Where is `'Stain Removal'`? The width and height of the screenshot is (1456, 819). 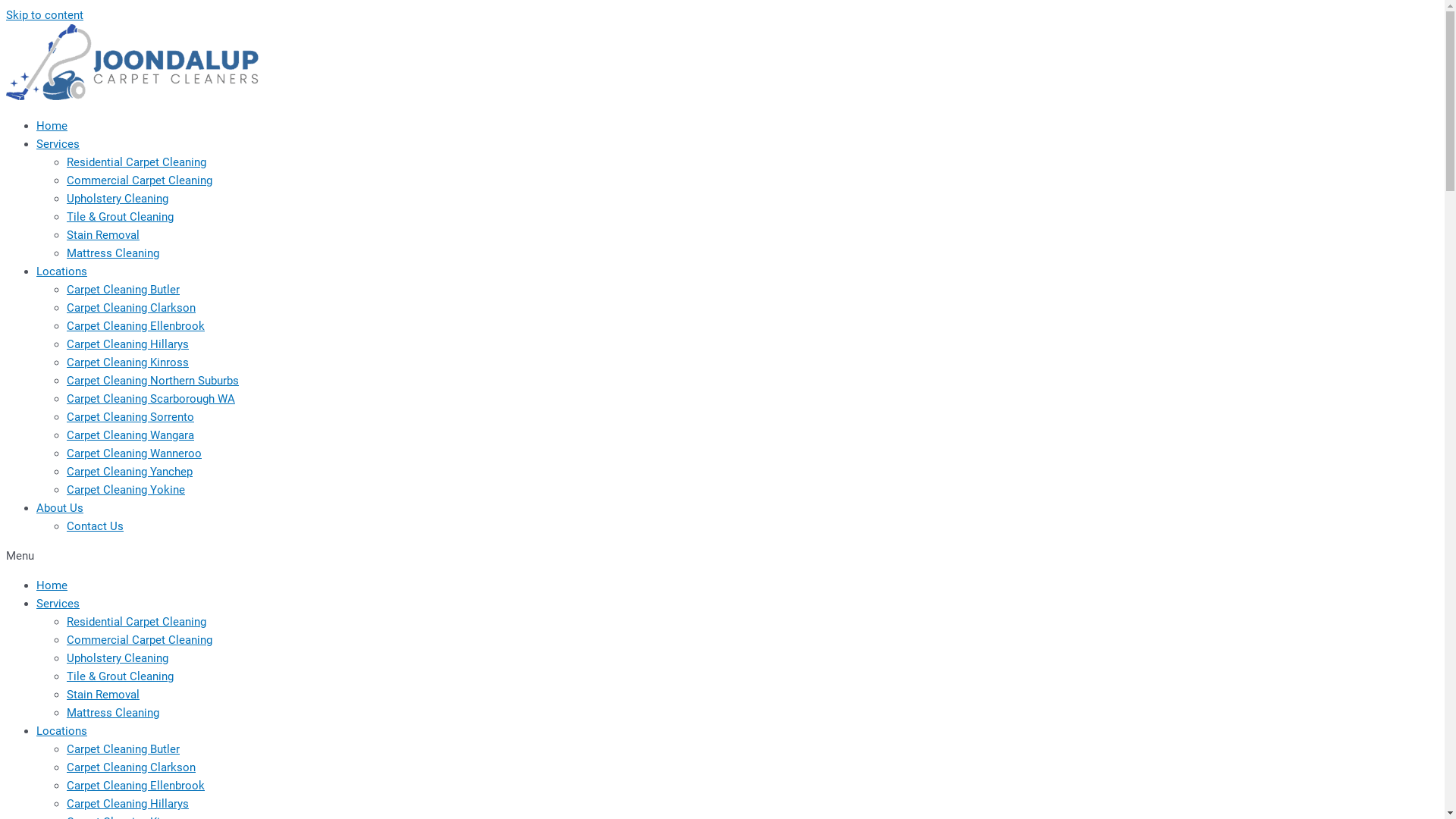 'Stain Removal' is located at coordinates (102, 234).